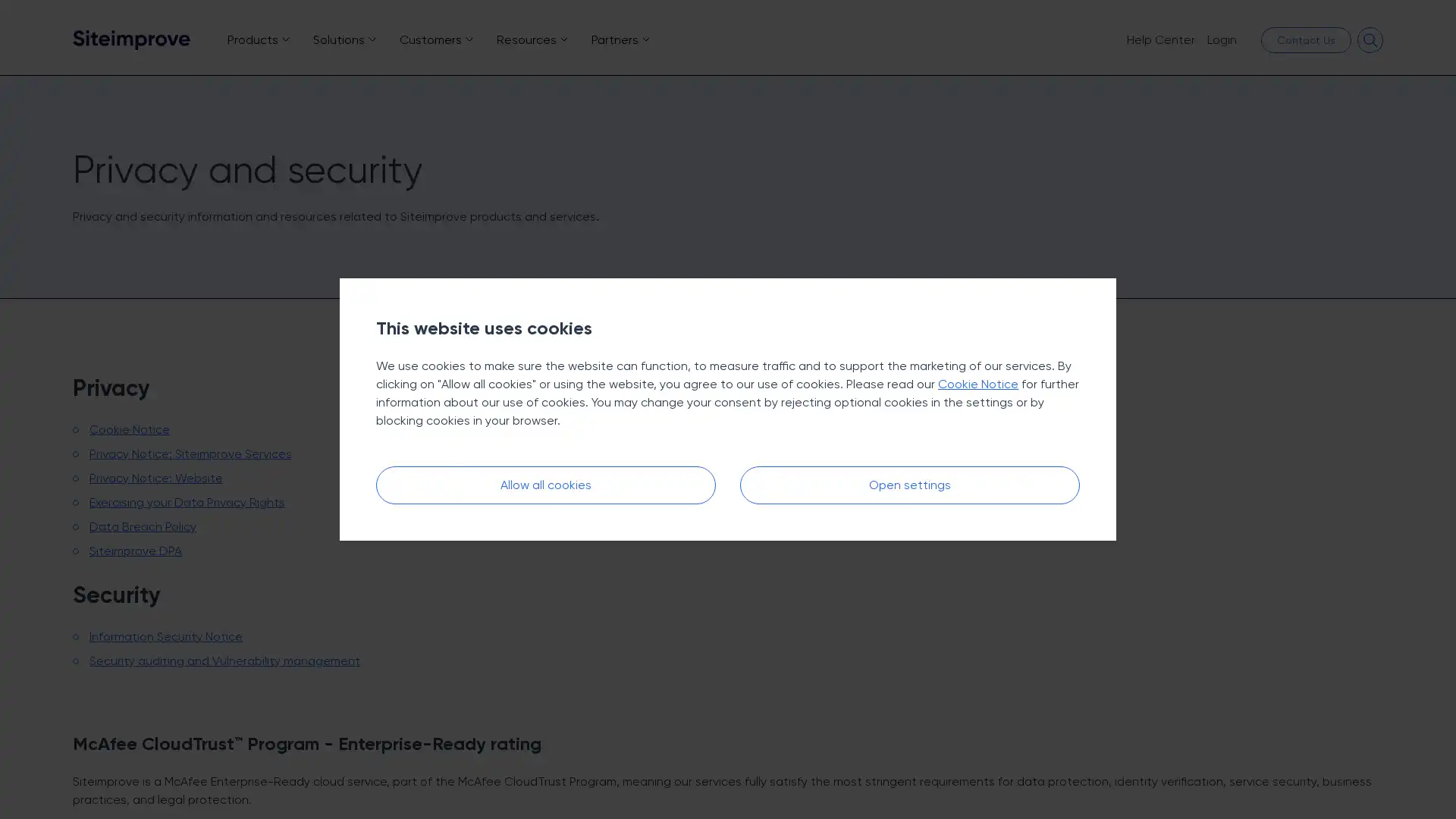  I want to click on Solutions, so click(342, 38).